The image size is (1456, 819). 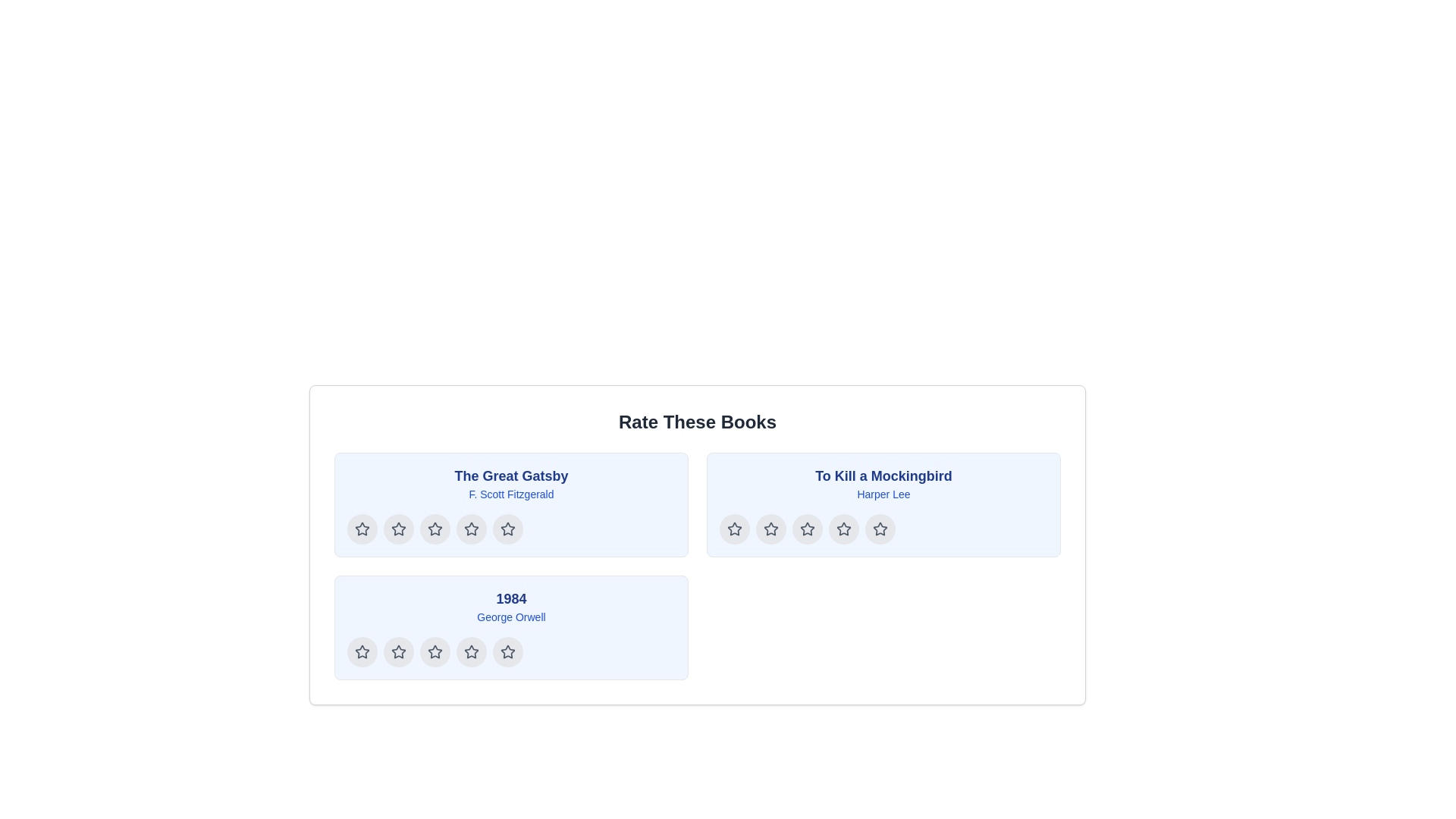 What do you see at coordinates (471, 528) in the screenshot?
I see `the fourth star icon in the rating interface below the title 'The Great Gatsby'` at bounding box center [471, 528].